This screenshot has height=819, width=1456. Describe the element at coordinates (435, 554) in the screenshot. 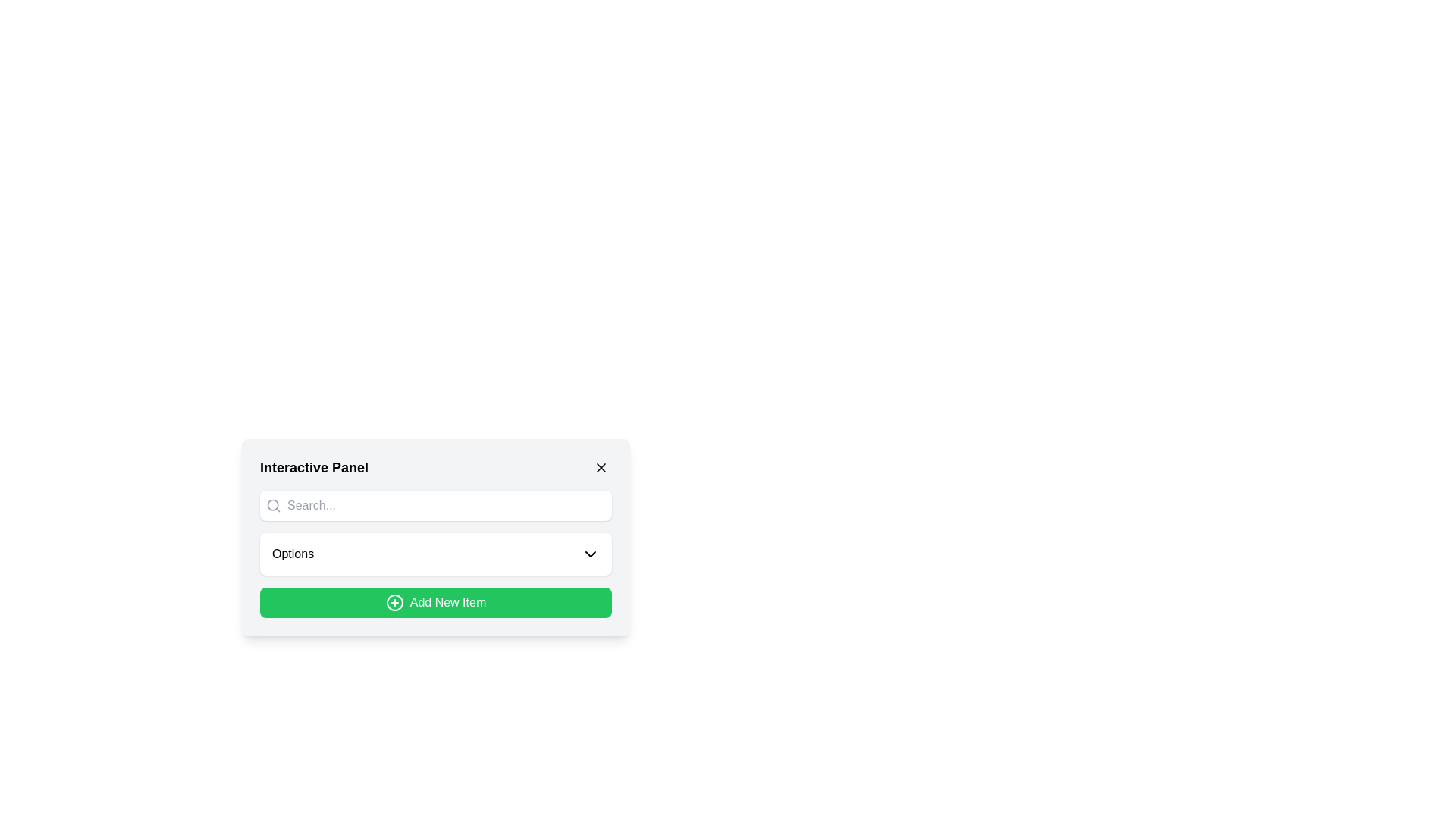

I see `the dropdown menu trigger labeled 'Options'` at that location.